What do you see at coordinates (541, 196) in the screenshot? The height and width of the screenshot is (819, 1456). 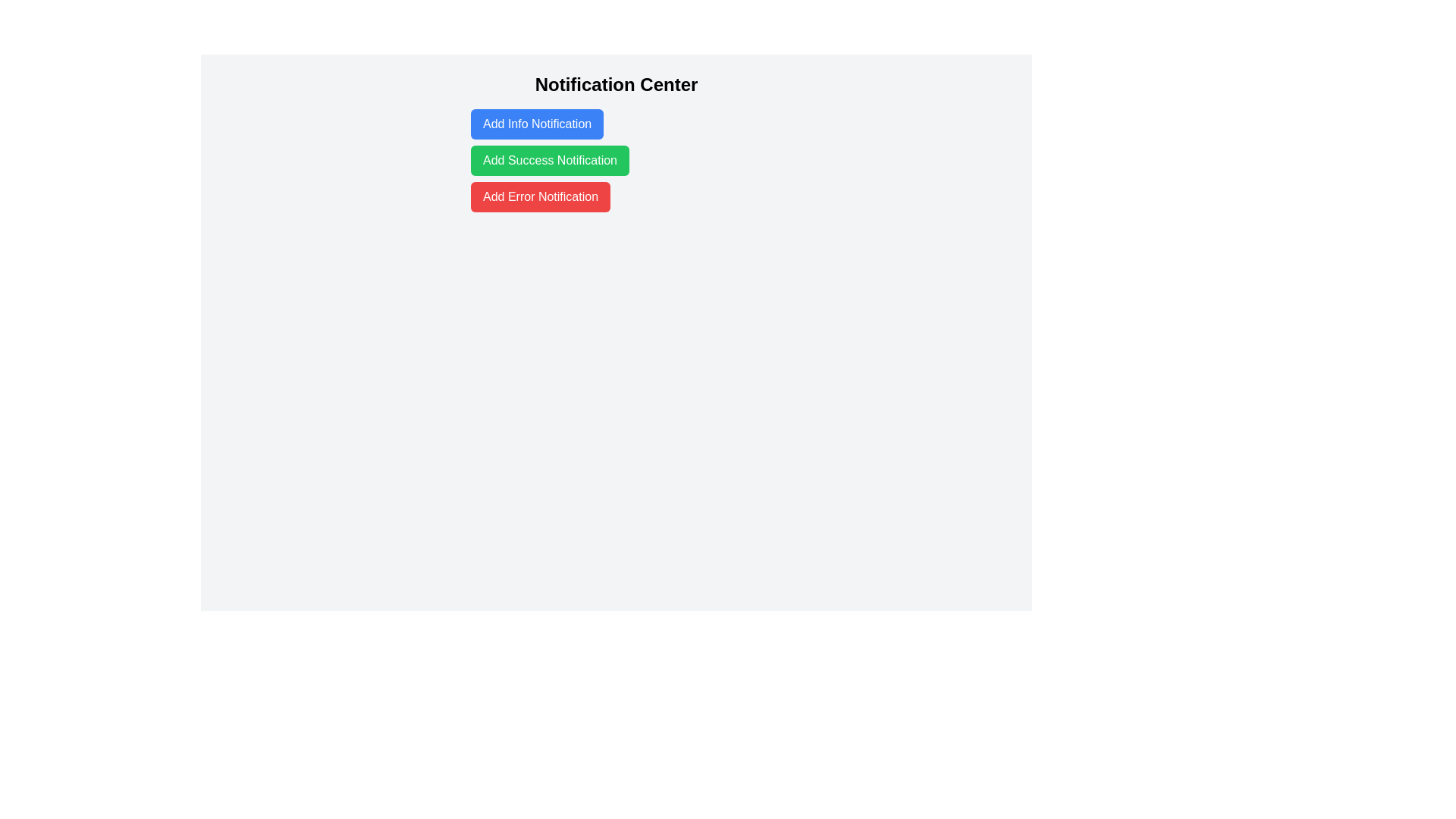 I see `the red button labeled 'Add Error Notification' to observe any potential hover effects` at bounding box center [541, 196].